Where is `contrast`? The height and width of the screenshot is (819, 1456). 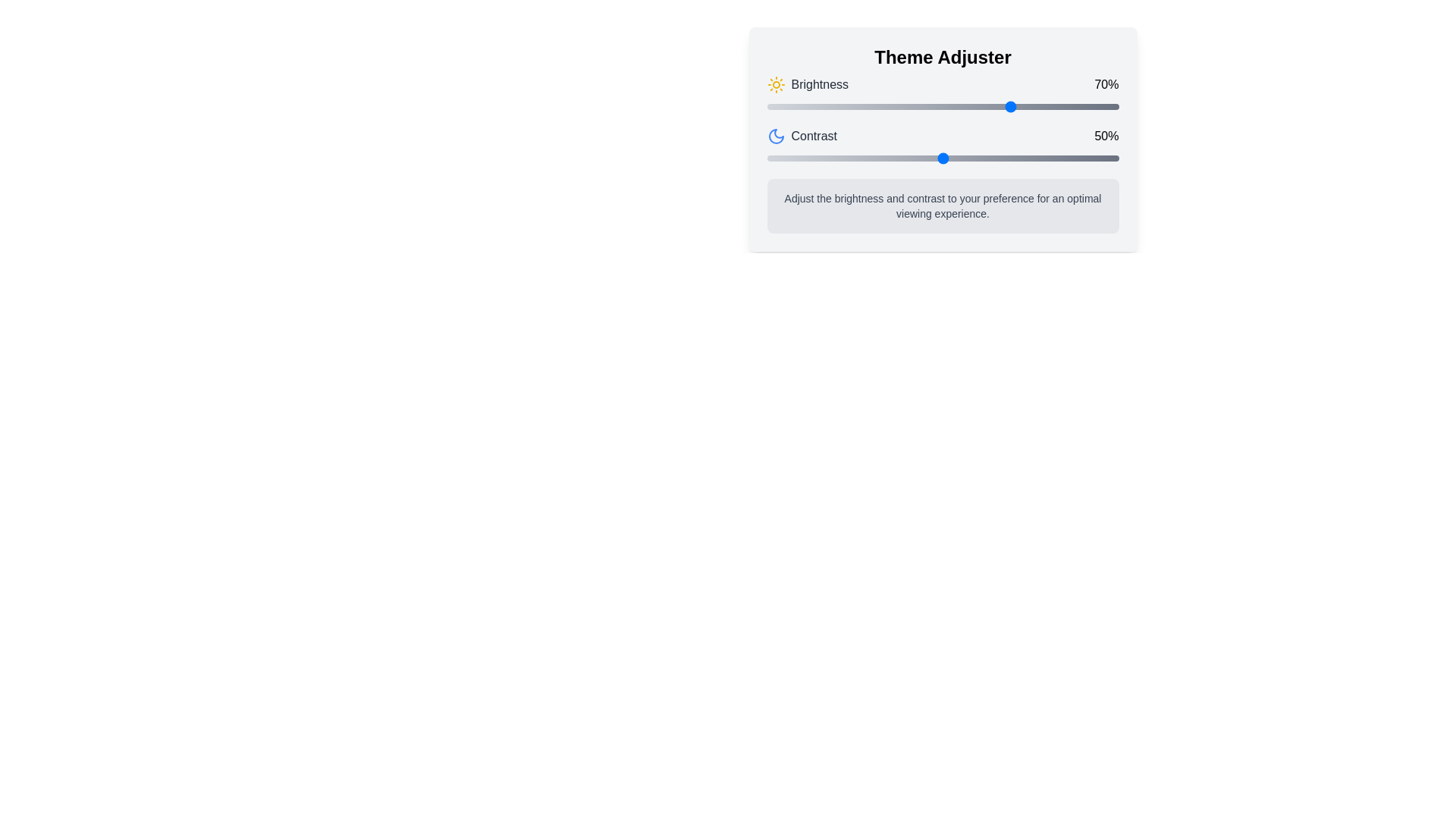 contrast is located at coordinates (1094, 158).